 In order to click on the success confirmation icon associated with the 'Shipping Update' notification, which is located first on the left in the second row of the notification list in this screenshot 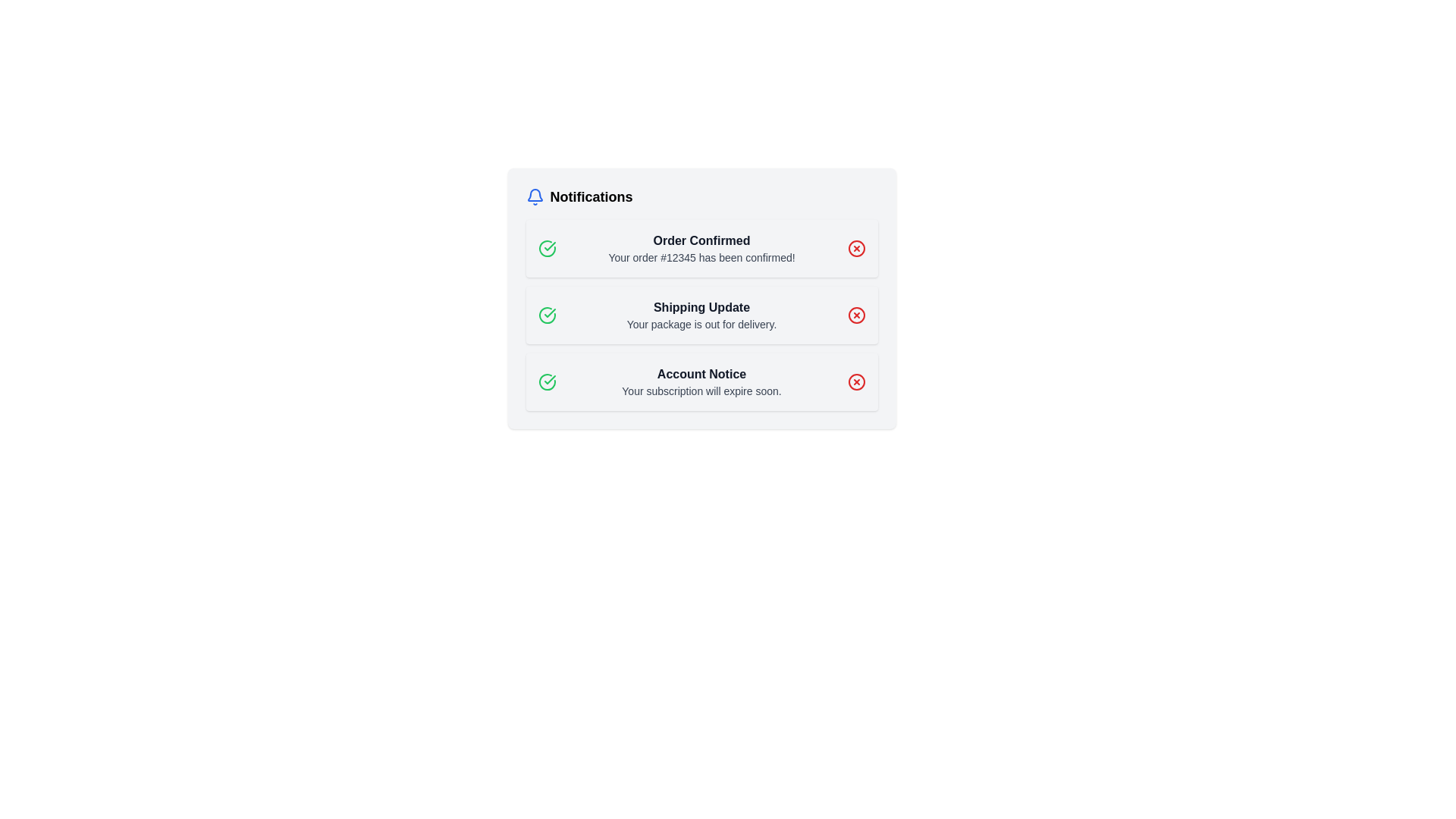, I will do `click(546, 315)`.